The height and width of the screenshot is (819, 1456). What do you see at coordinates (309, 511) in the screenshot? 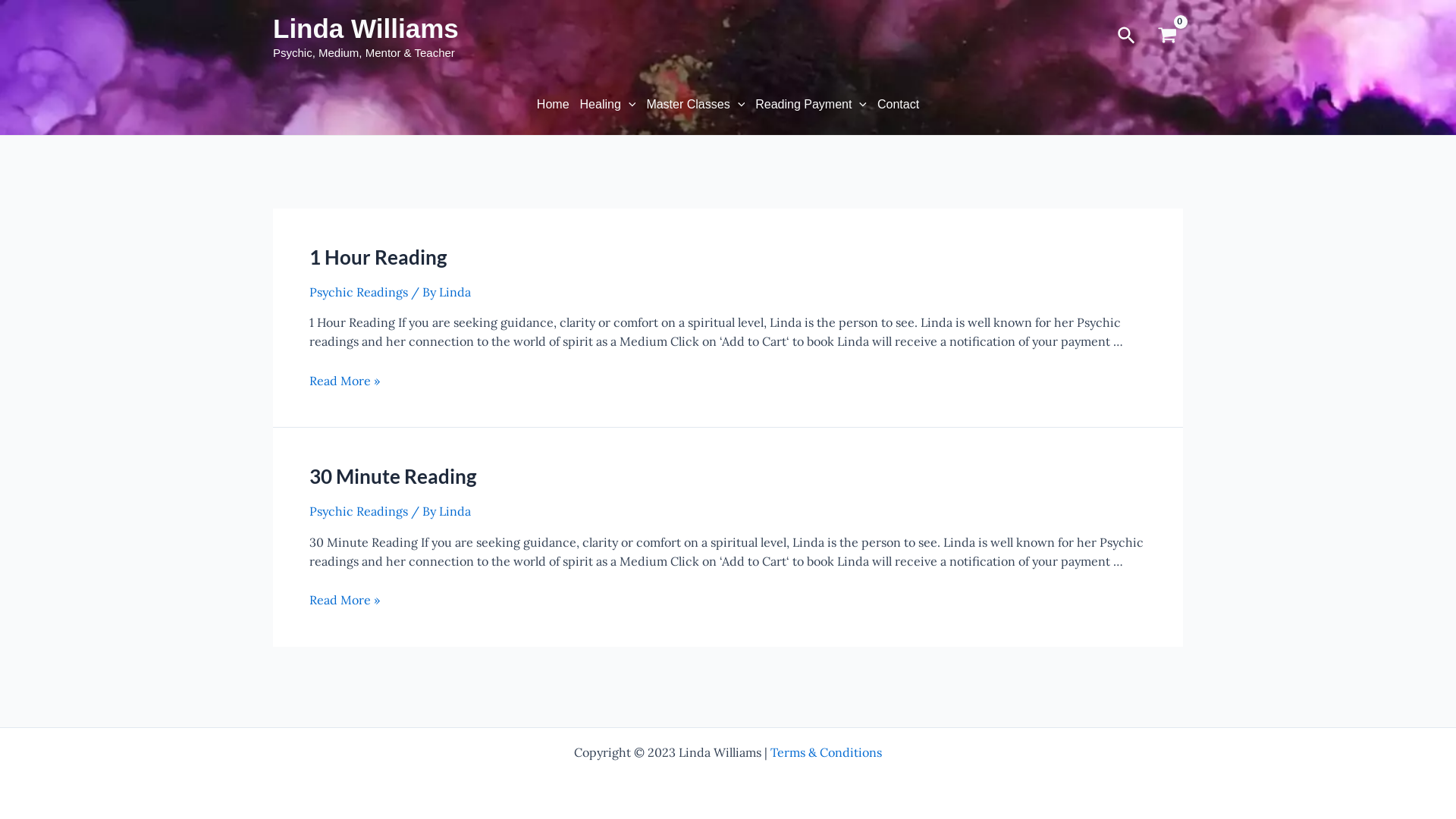
I see `'Psychic Readings'` at bounding box center [309, 511].